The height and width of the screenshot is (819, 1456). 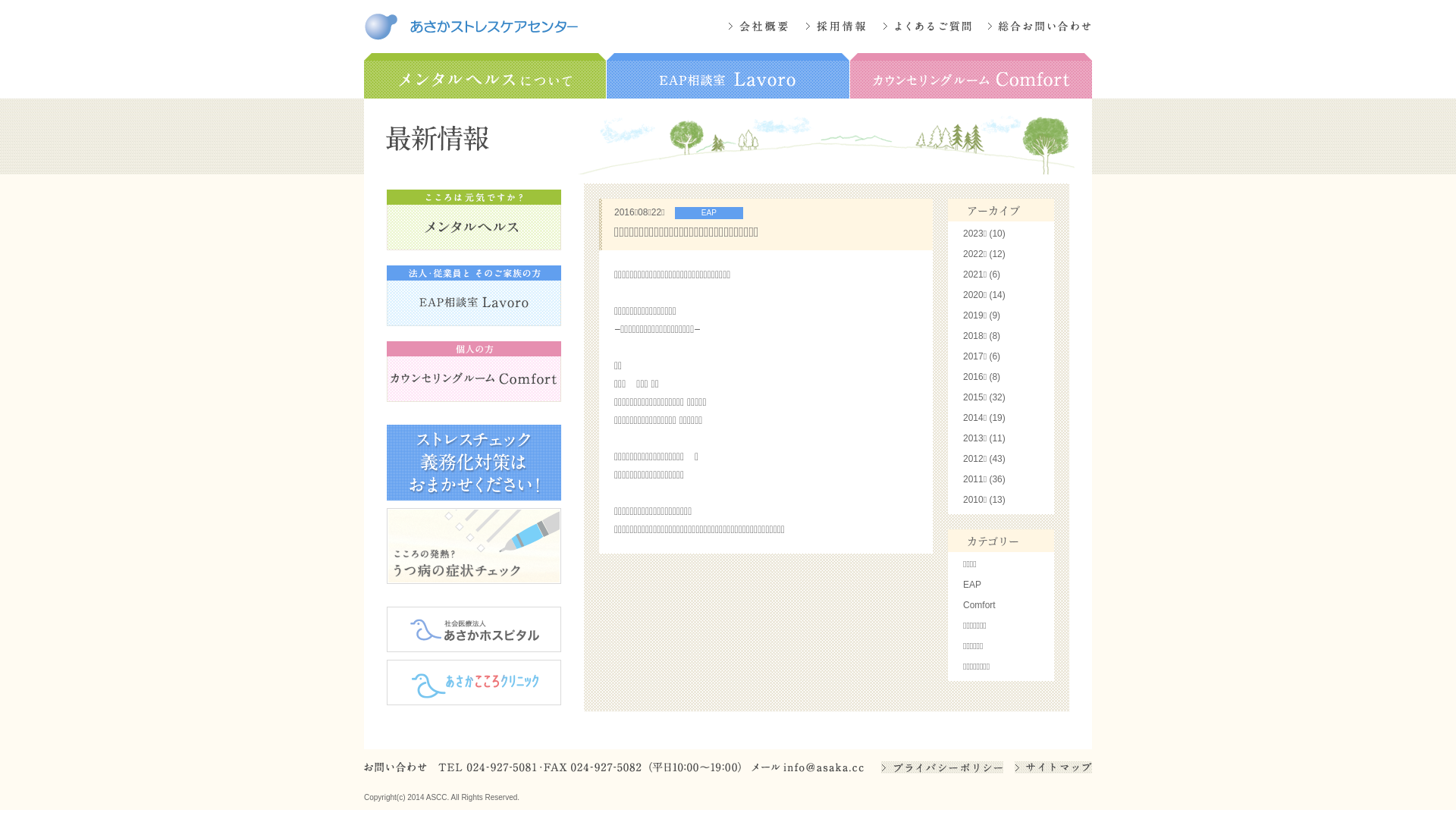 I want to click on 'EAP', so click(x=704, y=212).